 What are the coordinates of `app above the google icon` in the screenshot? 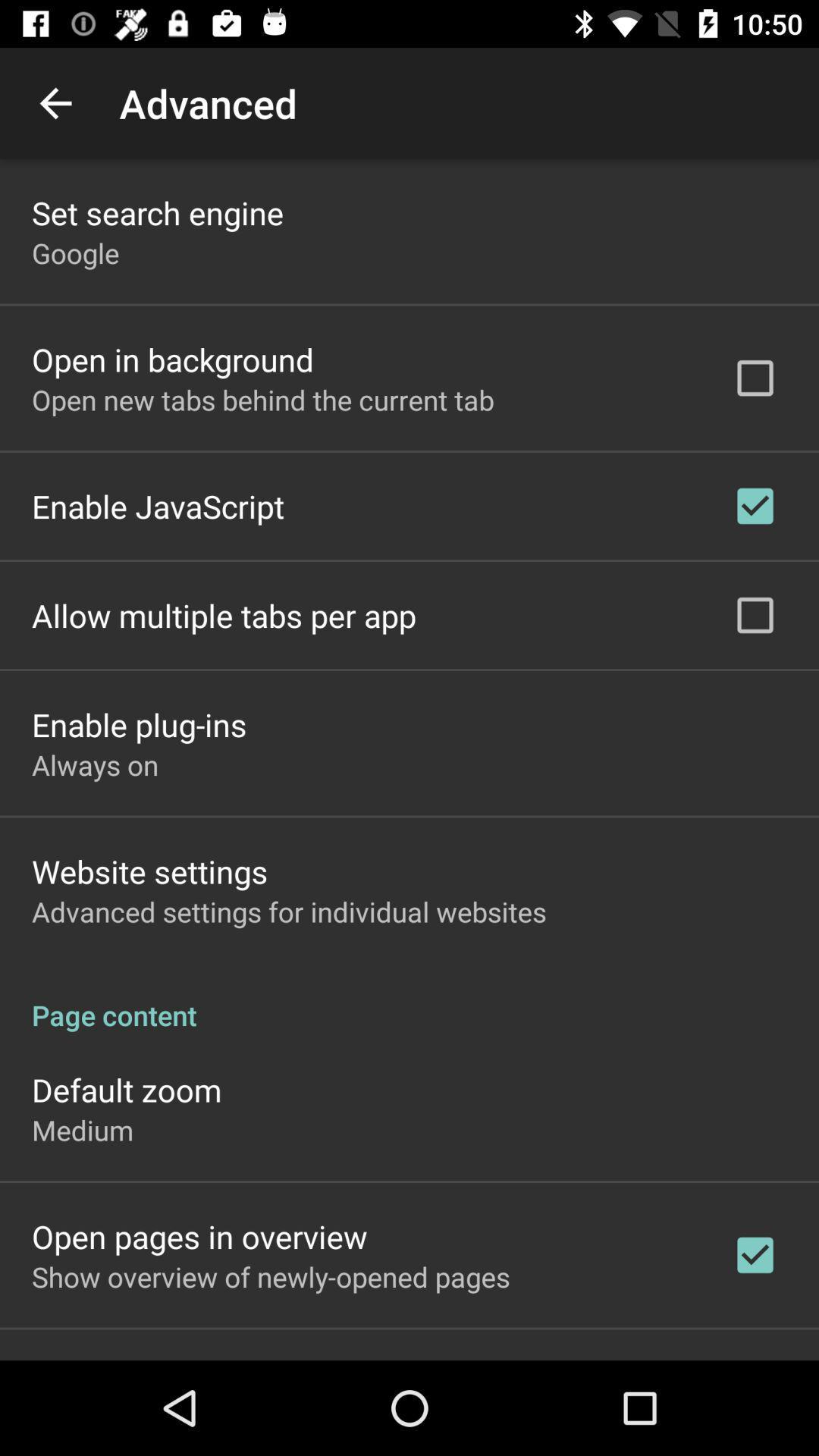 It's located at (158, 212).